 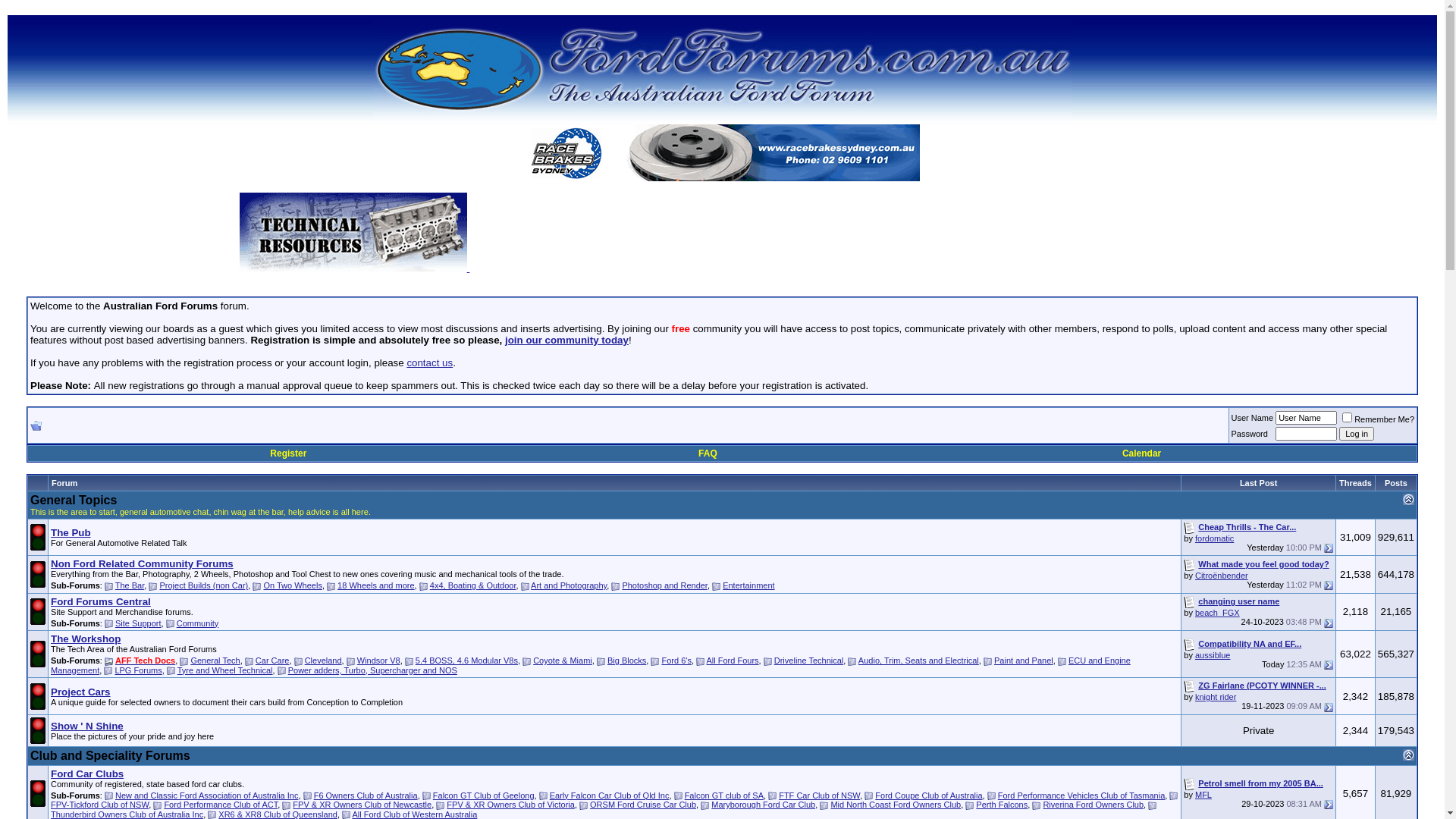 I want to click on '5.4 BOSS, 4.6 Modular V8s', so click(x=466, y=660).